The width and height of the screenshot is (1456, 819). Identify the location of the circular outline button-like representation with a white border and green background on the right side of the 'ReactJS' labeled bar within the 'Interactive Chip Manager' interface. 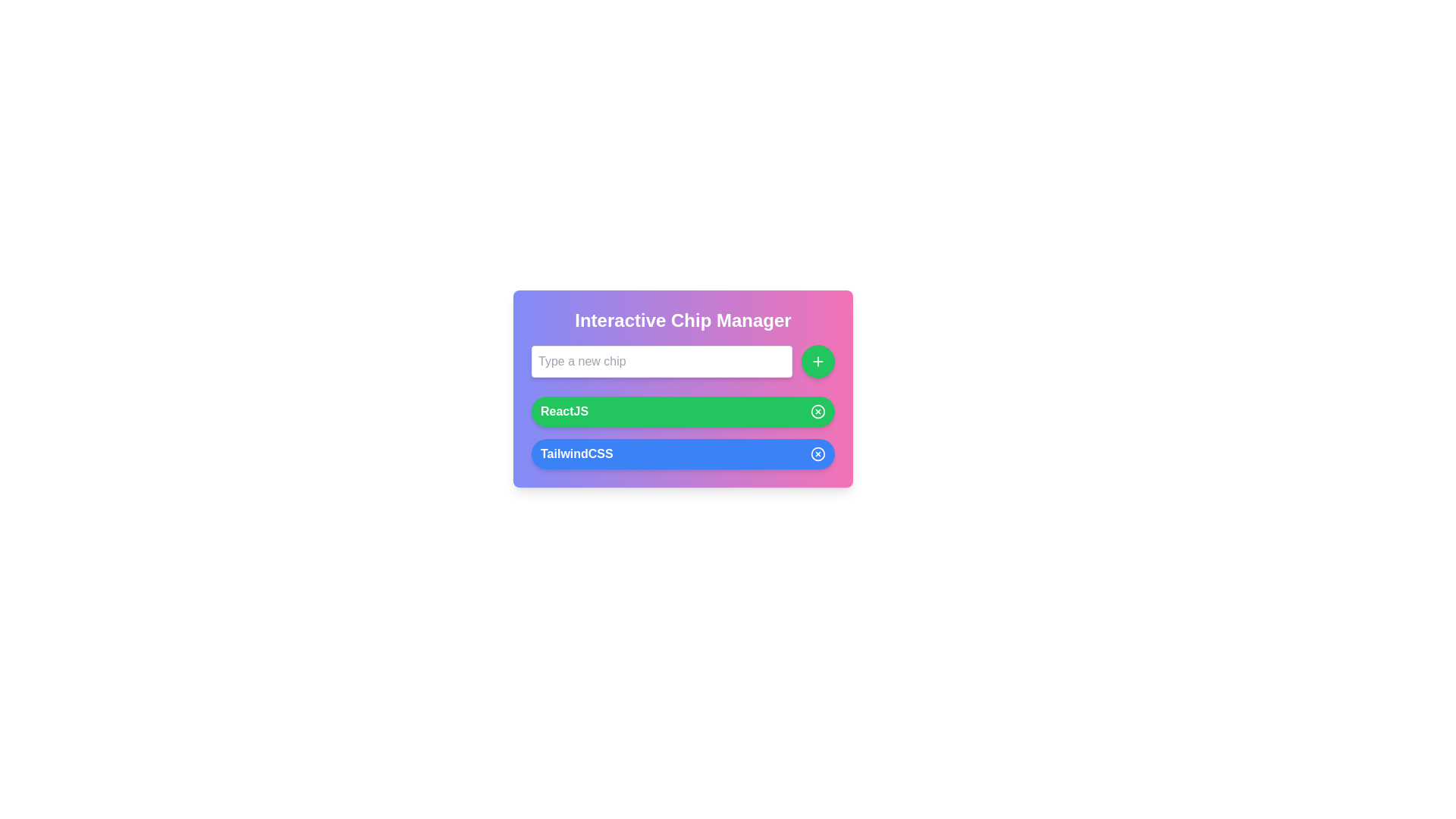
(817, 412).